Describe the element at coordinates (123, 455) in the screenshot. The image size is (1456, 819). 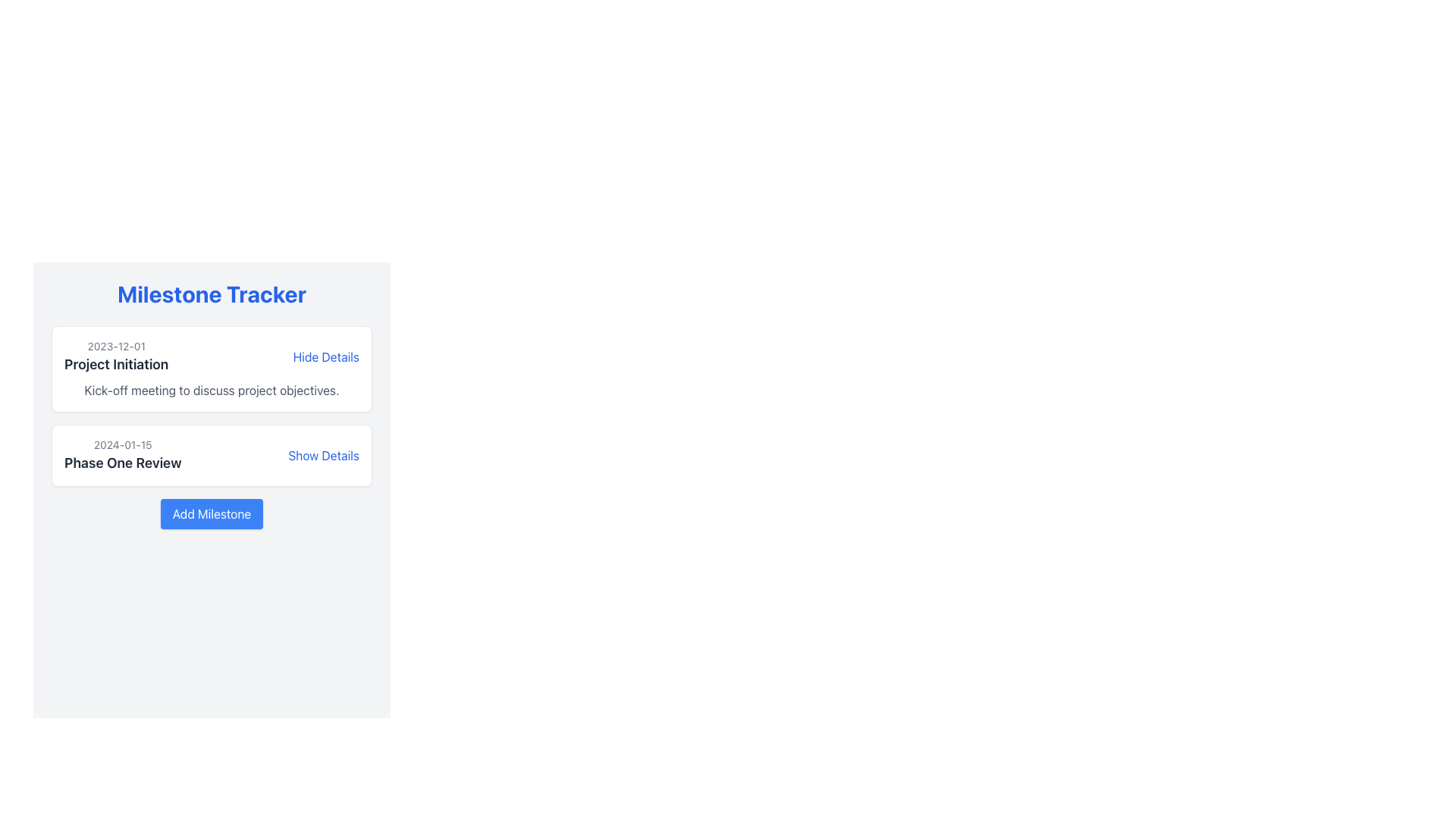
I see `the Text Display that shows the date '2024-01-15' and the larger text 'Phase One Review' located under the heading 'Milestone Tracker'` at that location.